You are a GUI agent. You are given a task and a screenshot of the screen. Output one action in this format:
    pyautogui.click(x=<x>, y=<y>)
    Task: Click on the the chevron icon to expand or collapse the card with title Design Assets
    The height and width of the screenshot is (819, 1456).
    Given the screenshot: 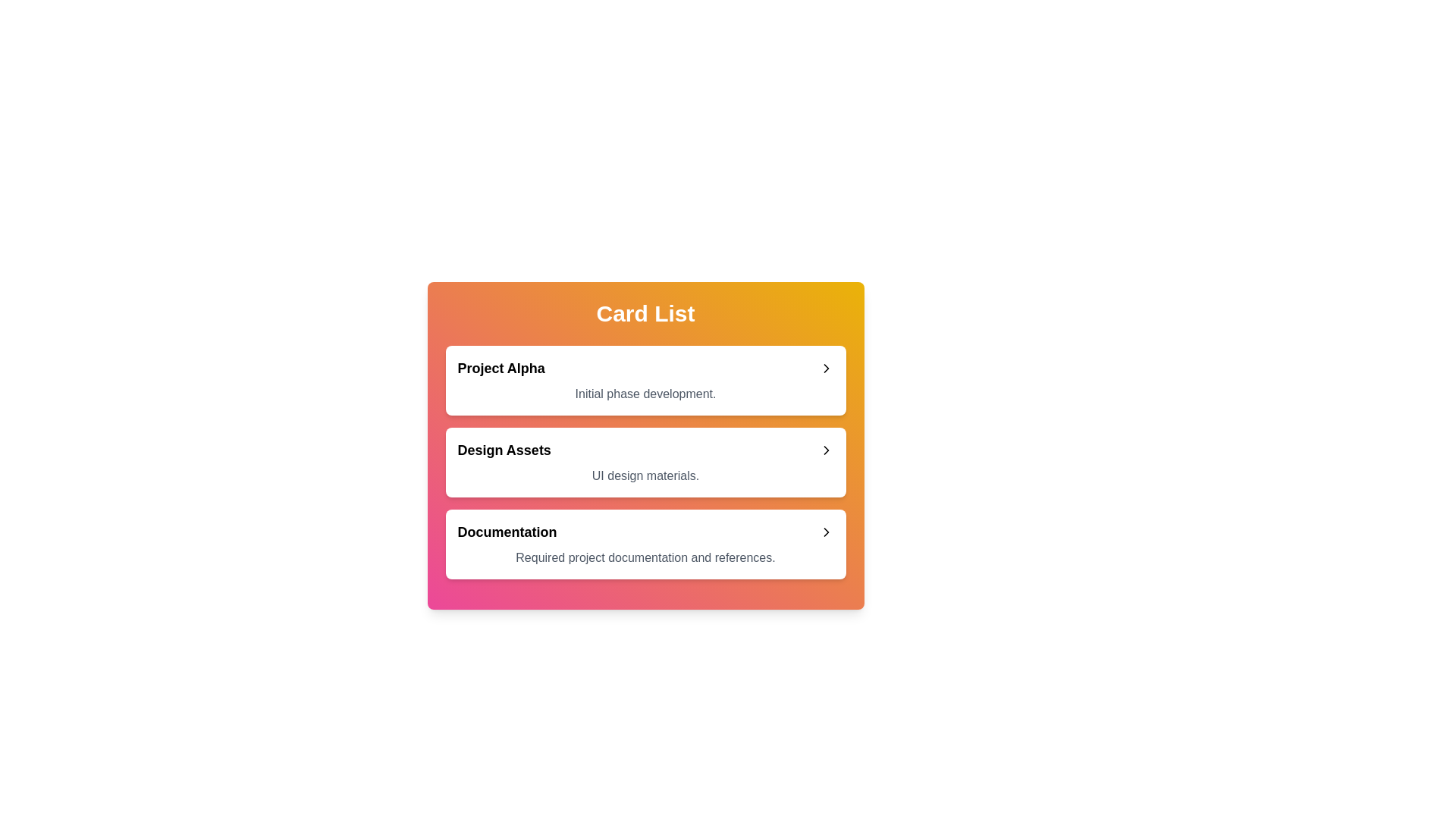 What is the action you would take?
    pyautogui.click(x=825, y=450)
    